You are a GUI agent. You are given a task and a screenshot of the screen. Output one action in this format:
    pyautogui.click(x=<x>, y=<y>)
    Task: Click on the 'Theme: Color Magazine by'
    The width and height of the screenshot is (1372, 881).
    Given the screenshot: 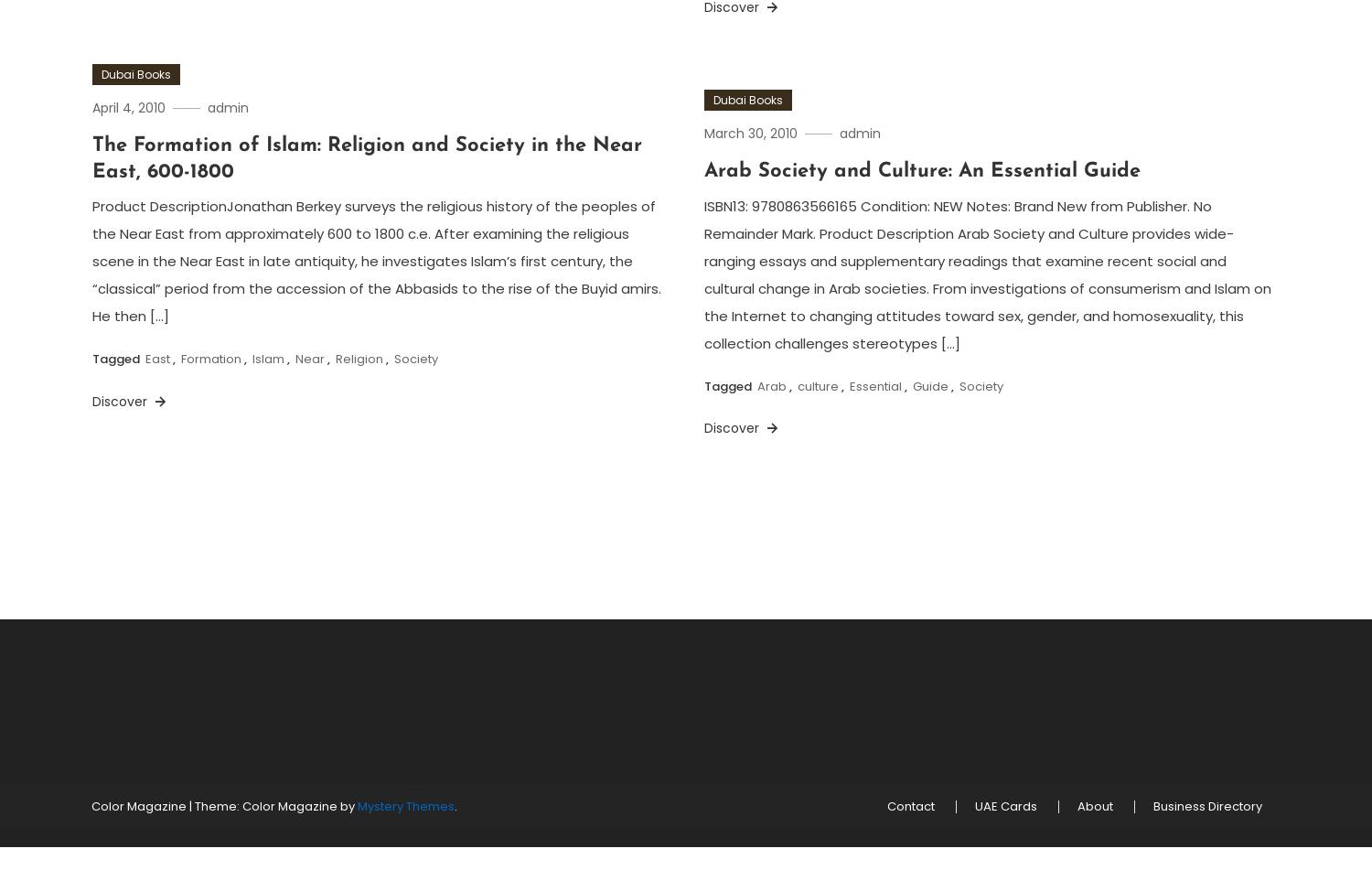 What is the action you would take?
    pyautogui.click(x=275, y=805)
    